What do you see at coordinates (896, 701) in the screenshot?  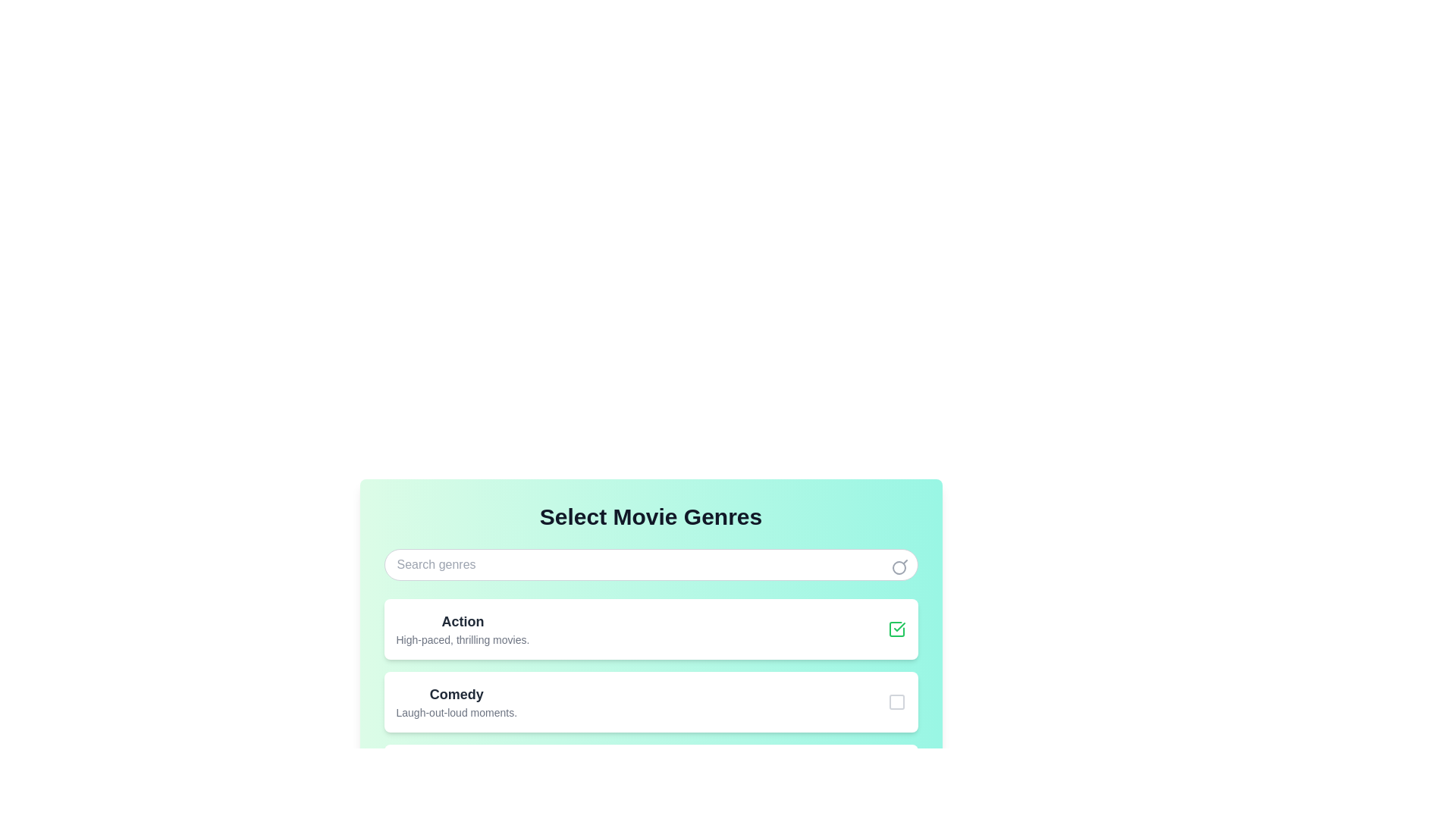 I see `the genre Comedy` at bounding box center [896, 701].